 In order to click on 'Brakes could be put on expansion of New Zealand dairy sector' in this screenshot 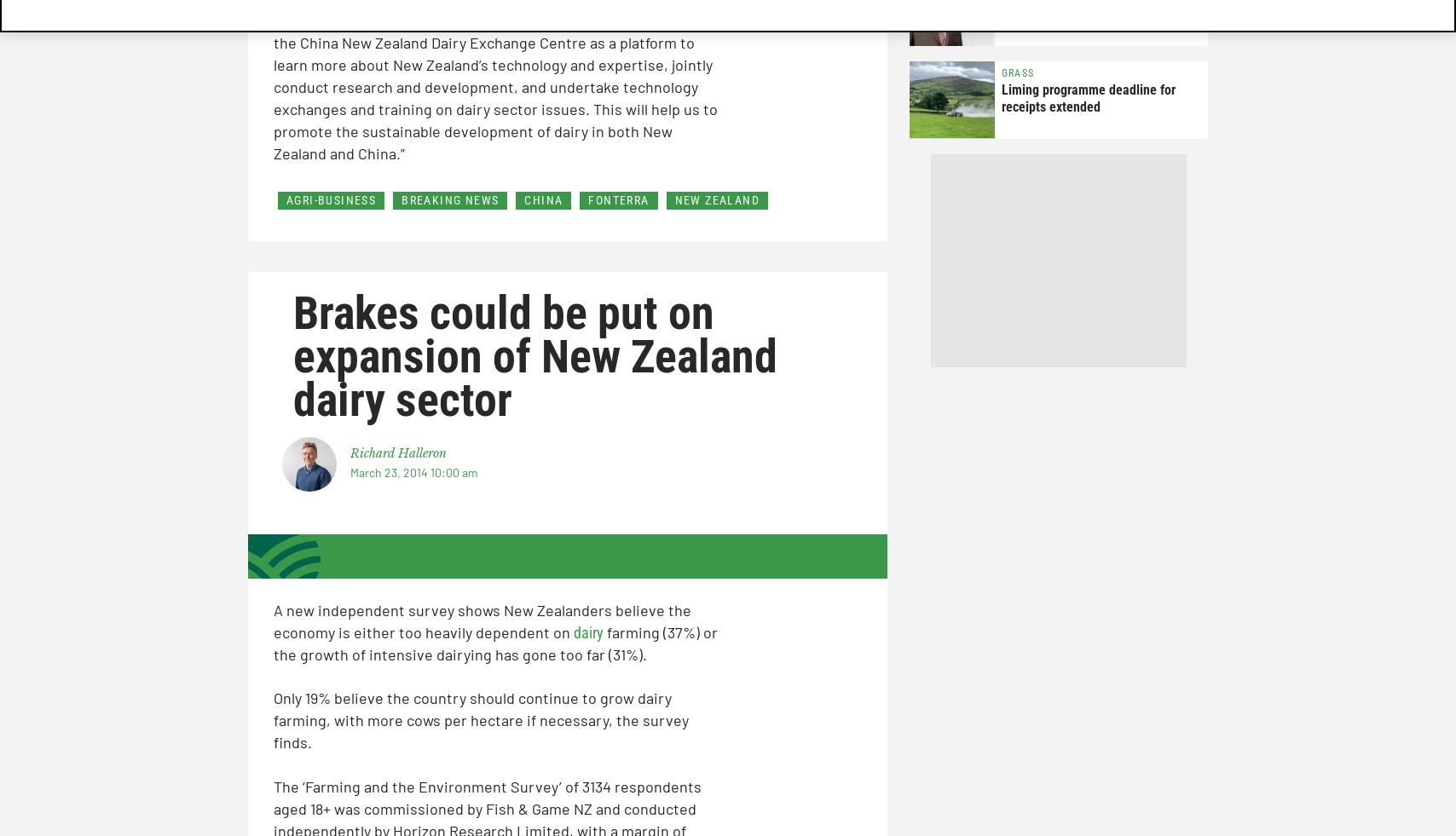, I will do `click(535, 355)`.